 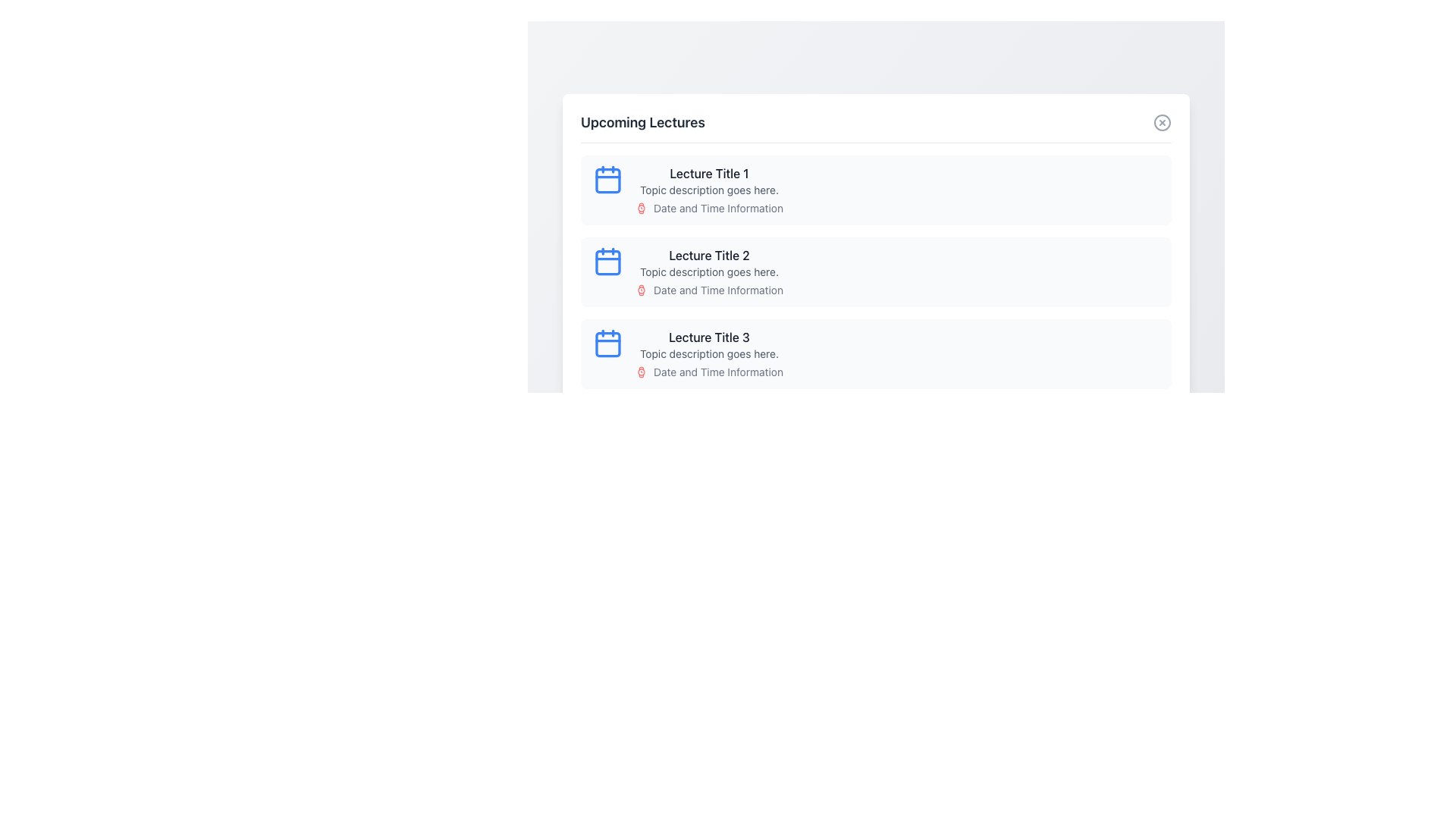 I want to click on text content of the Text label that displays 'Date and Time Information', which is part of a description block in a section listing lectures, located below 'Lecture Title 2', so click(x=717, y=290).